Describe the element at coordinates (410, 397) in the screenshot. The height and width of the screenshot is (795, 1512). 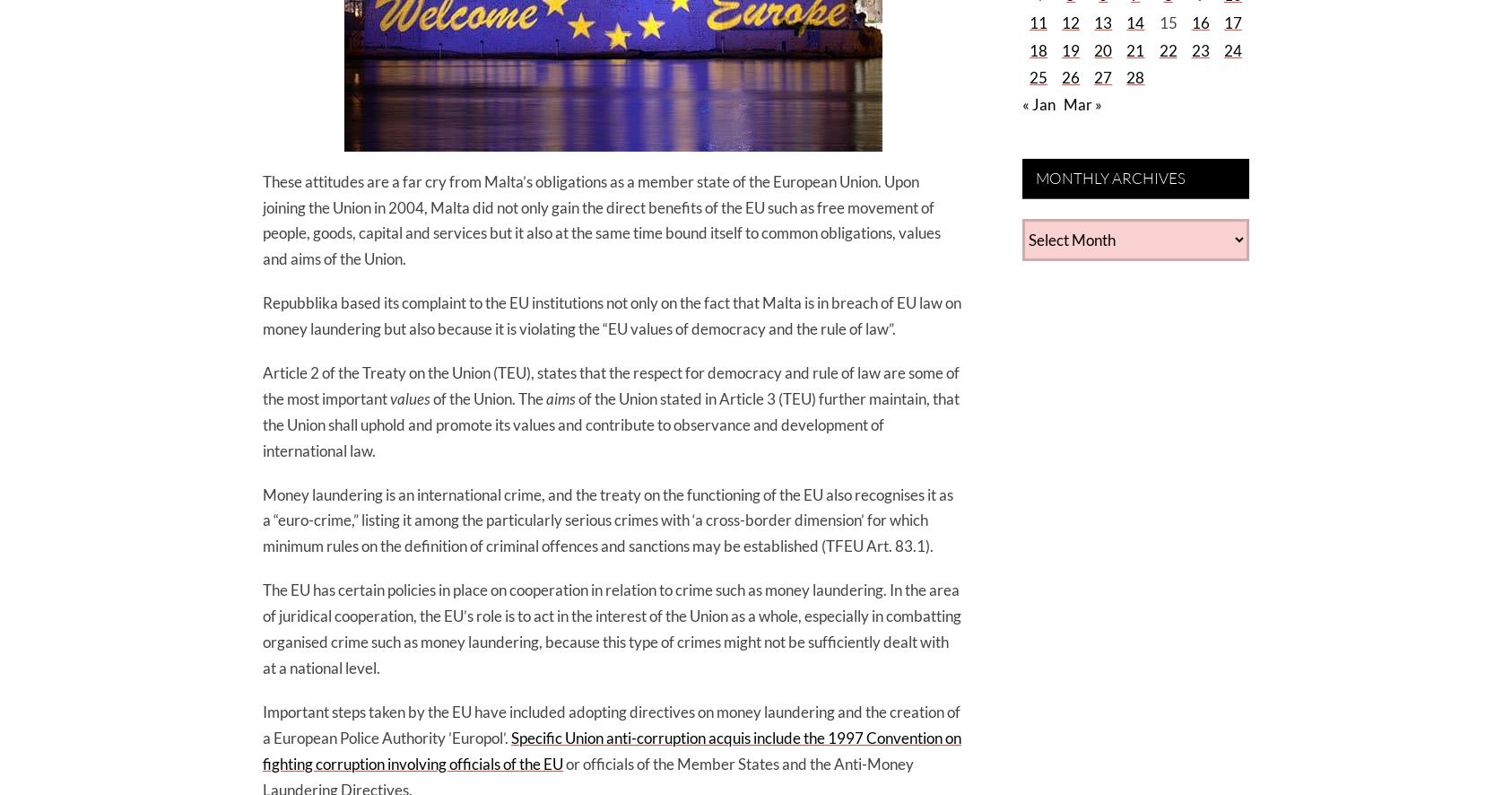
I see `'values'` at that location.